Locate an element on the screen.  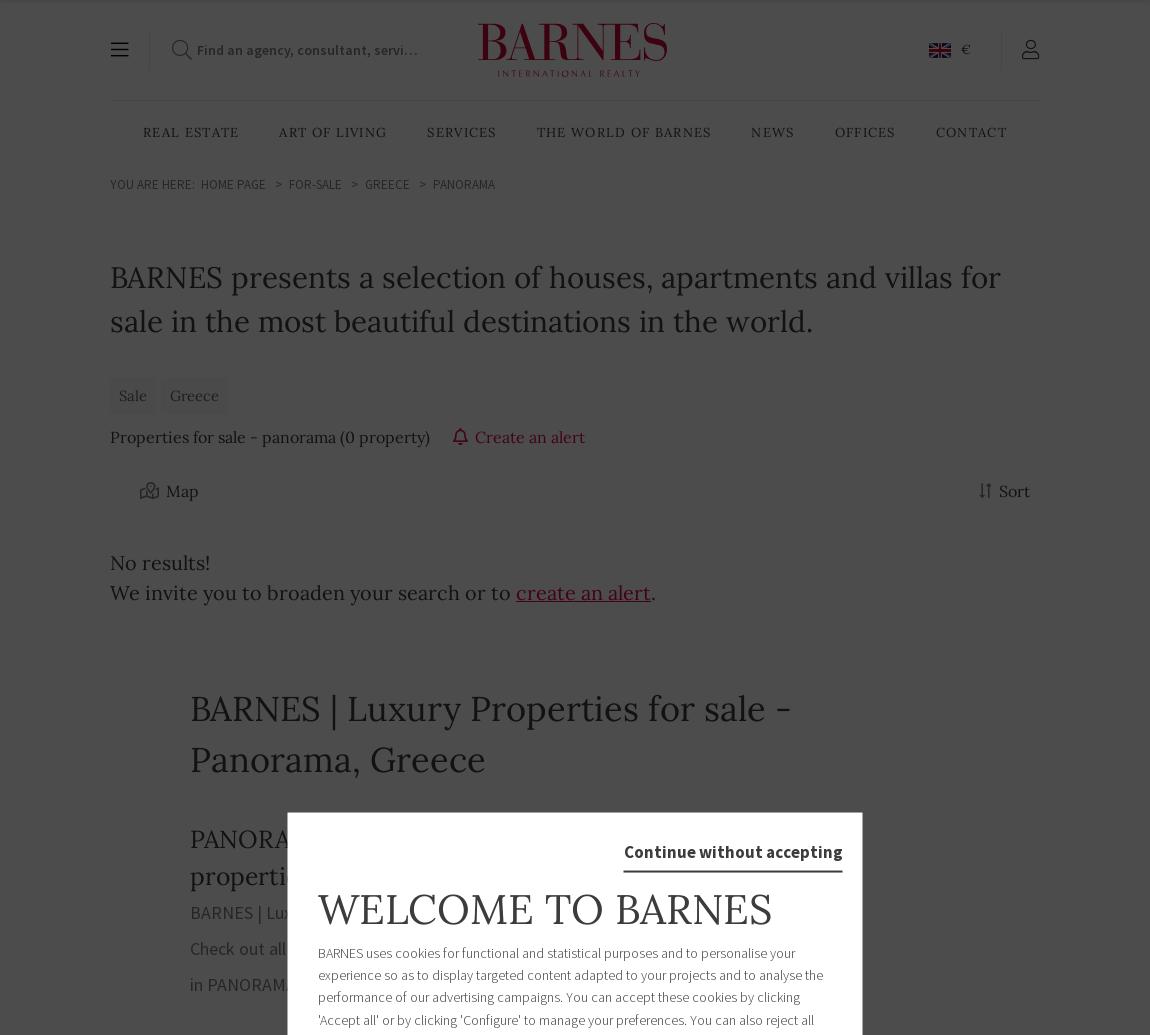
'For-sale' is located at coordinates (315, 184).